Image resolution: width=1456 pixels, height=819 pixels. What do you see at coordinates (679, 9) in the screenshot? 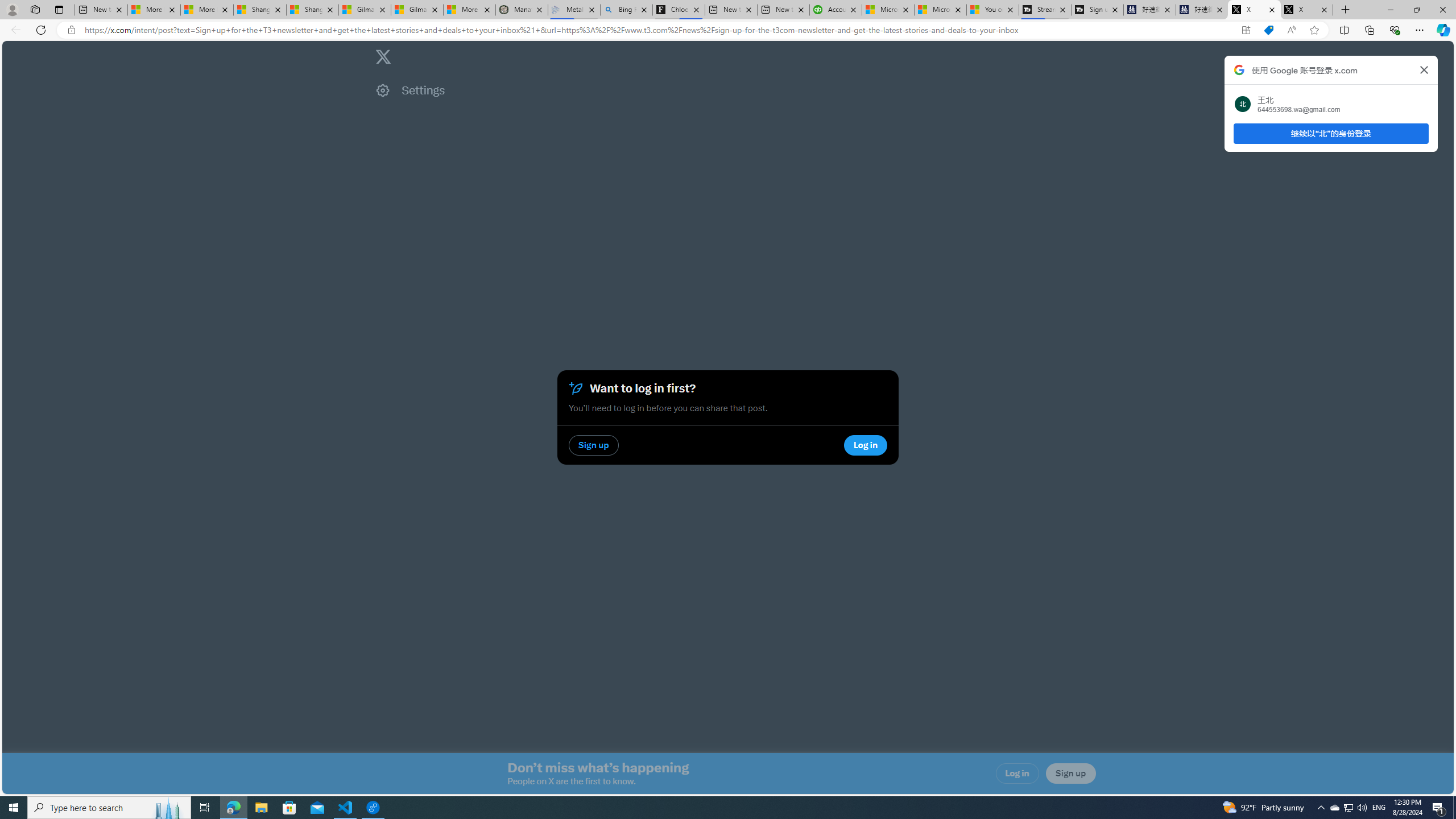
I see `'Chloe Sorvino'` at bounding box center [679, 9].